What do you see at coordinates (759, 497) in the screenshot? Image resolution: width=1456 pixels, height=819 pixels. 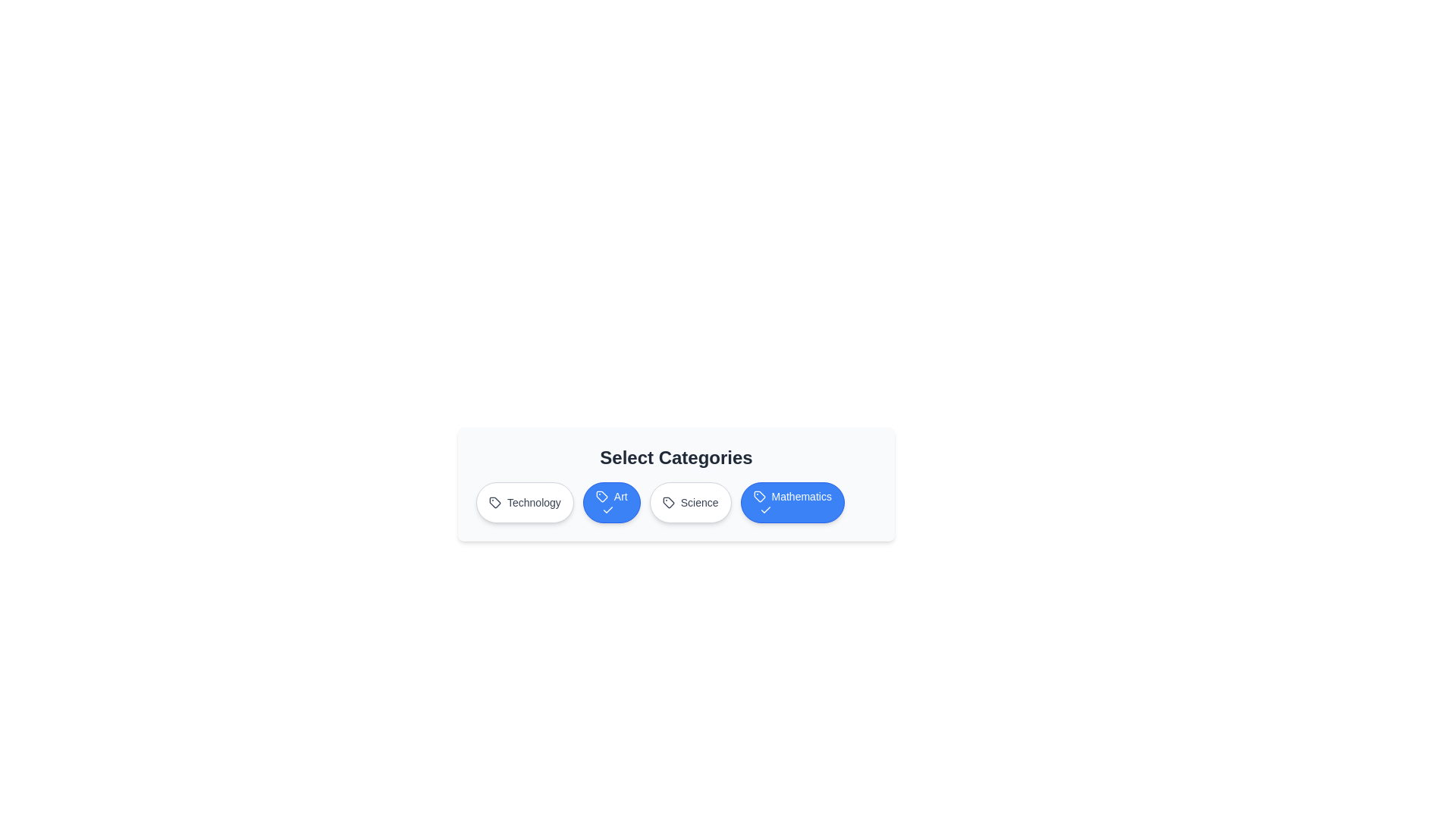 I see `the icon within the category button labeled Mathematics` at bounding box center [759, 497].